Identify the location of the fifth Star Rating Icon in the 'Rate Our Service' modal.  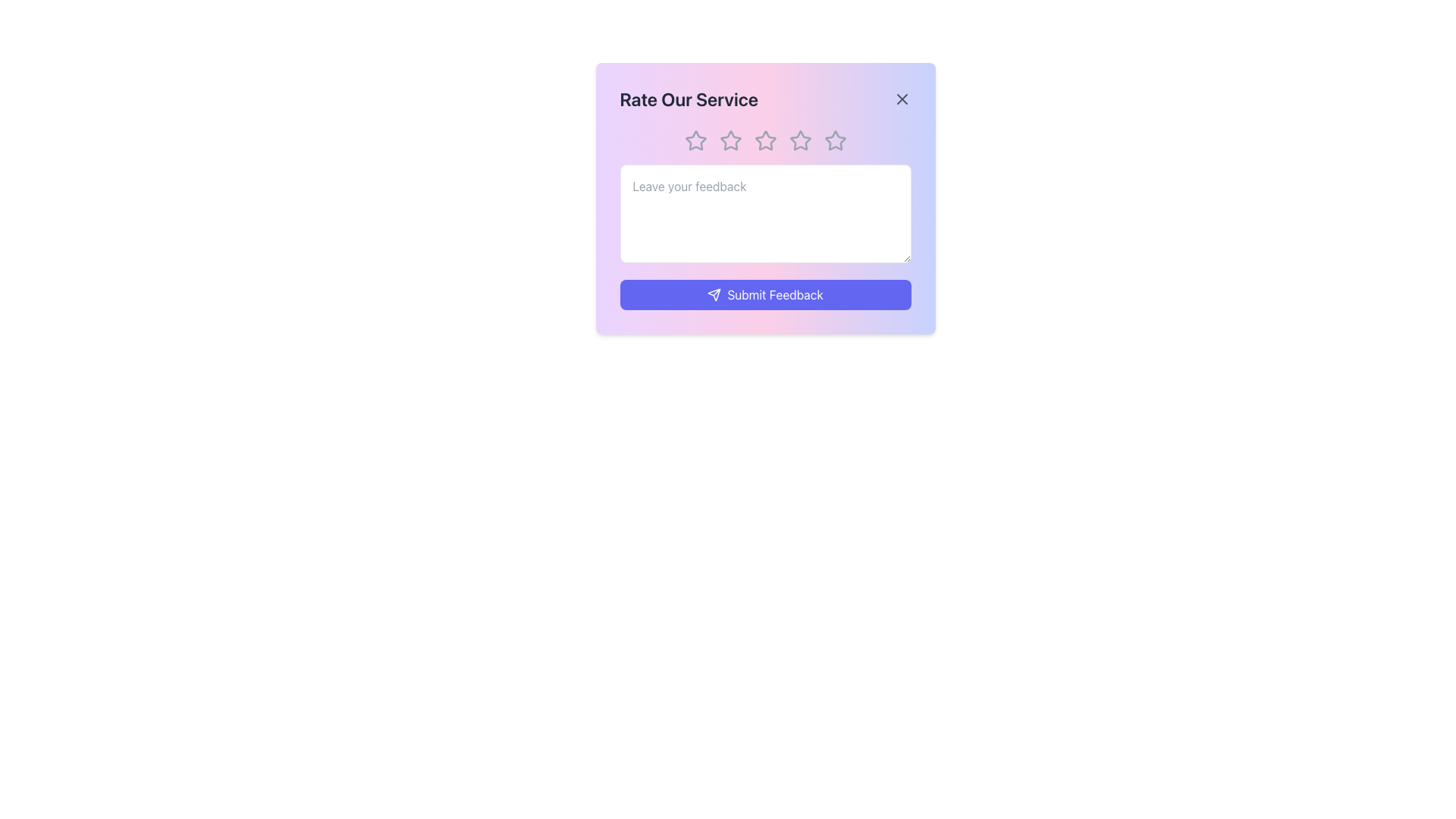
(834, 140).